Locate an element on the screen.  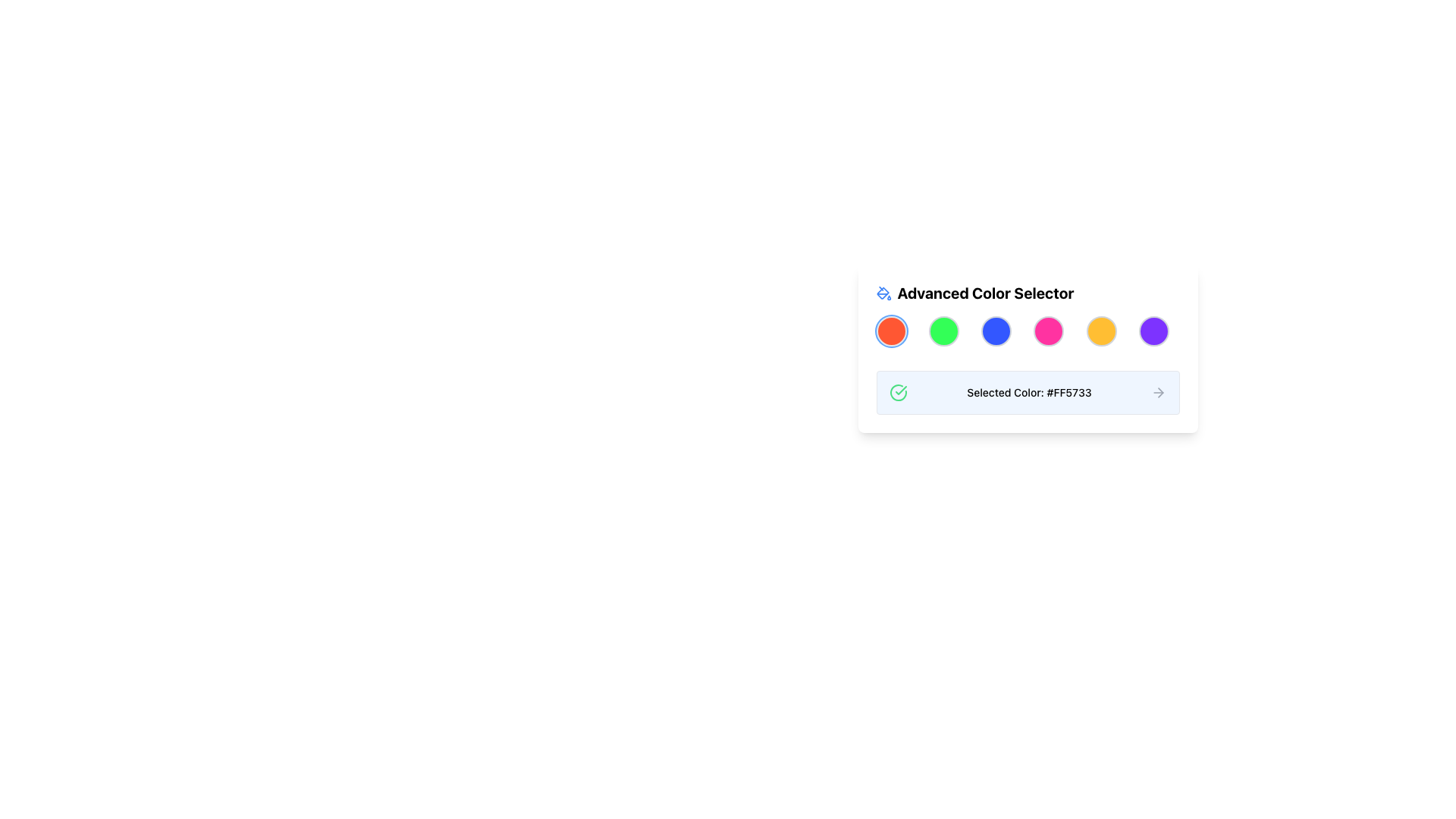
the gray arrow icon pointing to the right, located adjacent to the text 'Selected Color: #FF5733' is located at coordinates (1158, 391).